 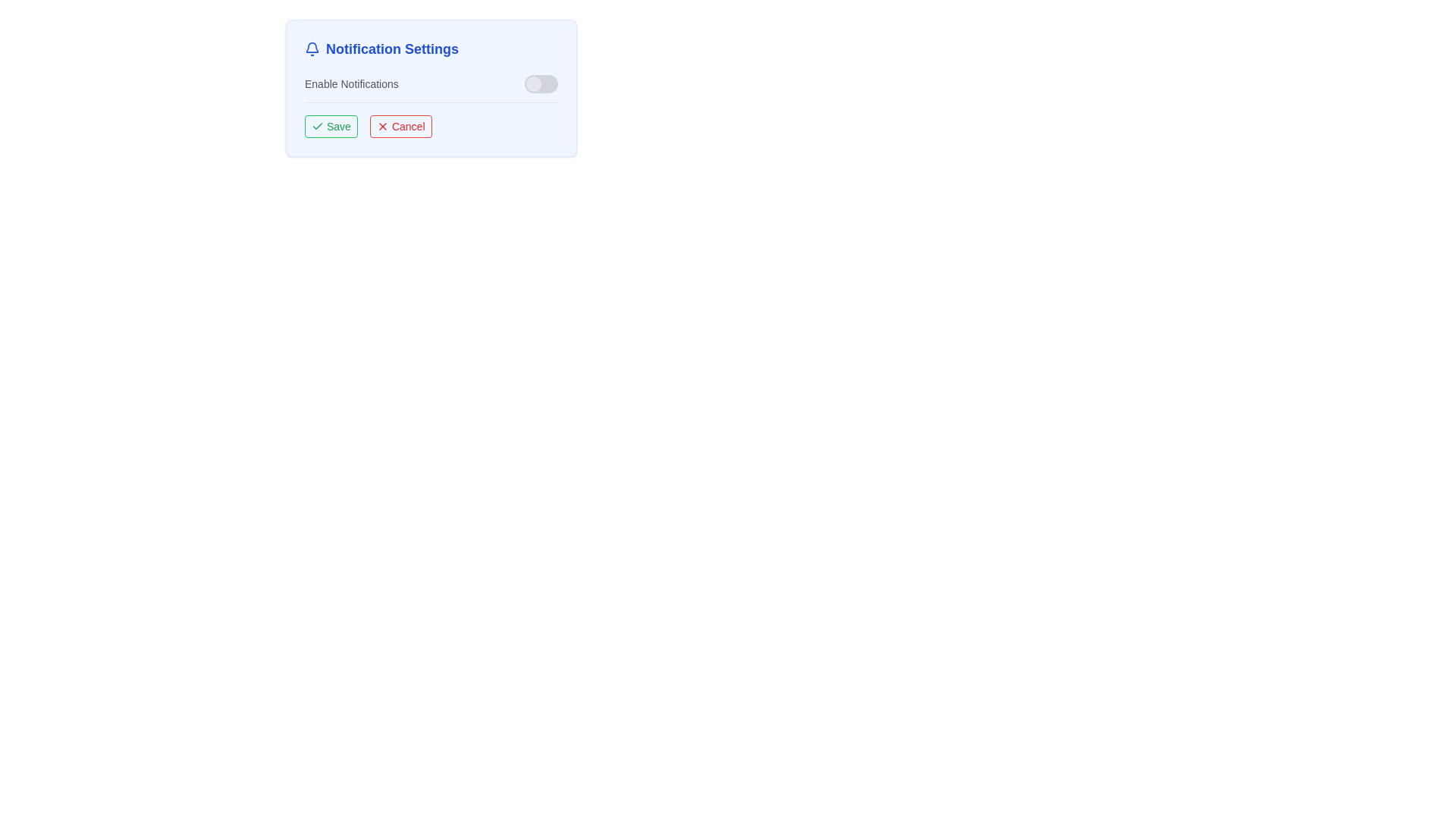 I want to click on the toggle switch labeled 'Enable Notifications' to change its state in the Notification Settings section, so click(x=431, y=84).